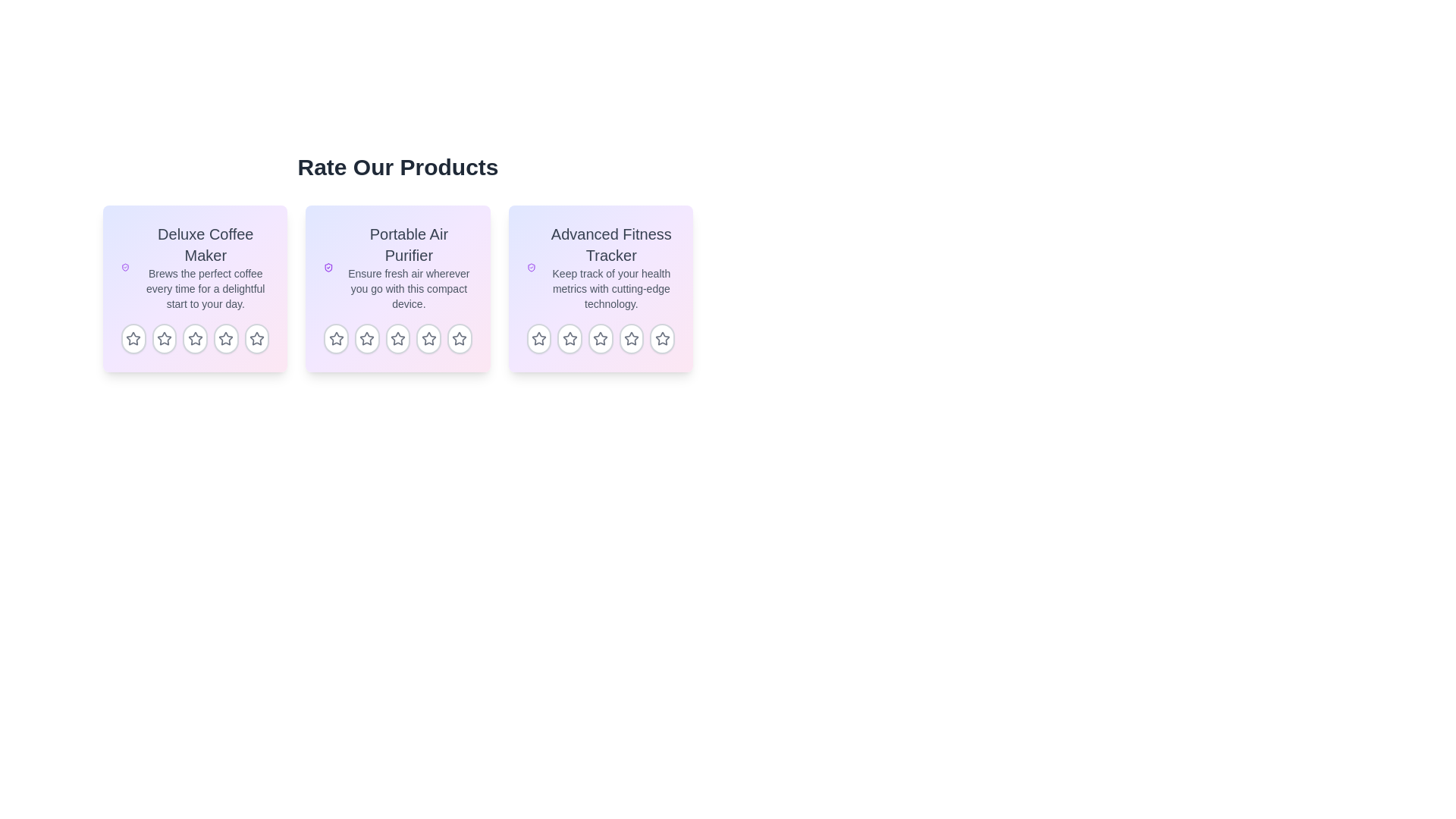 Image resolution: width=1456 pixels, height=819 pixels. What do you see at coordinates (600, 338) in the screenshot?
I see `the third star in the rating control of the 'Advanced Fitness Tracker' card` at bounding box center [600, 338].